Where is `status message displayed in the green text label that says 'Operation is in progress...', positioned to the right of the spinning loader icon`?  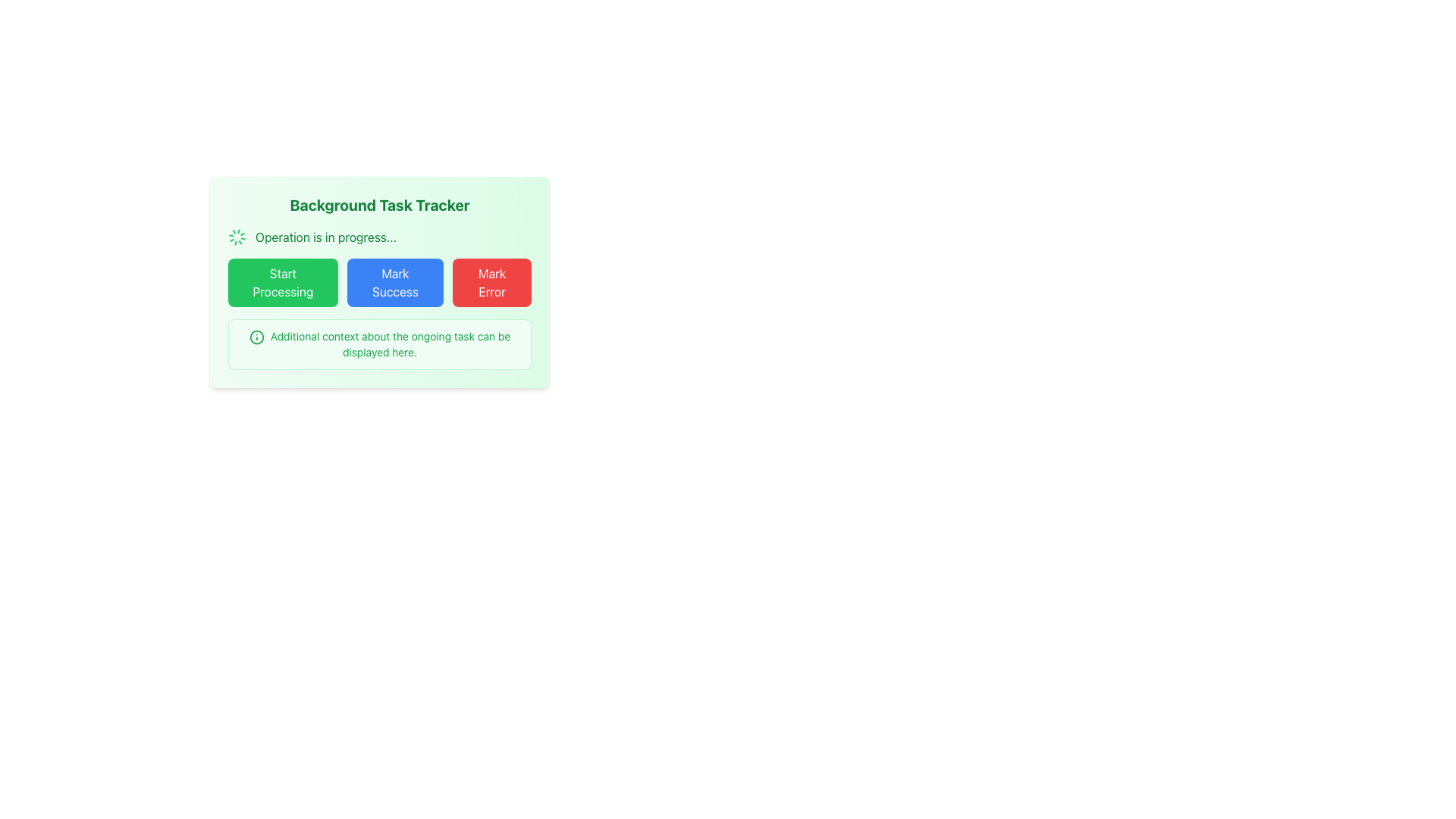 status message displayed in the green text label that says 'Operation is in progress...', positioned to the right of the spinning loader icon is located at coordinates (325, 237).